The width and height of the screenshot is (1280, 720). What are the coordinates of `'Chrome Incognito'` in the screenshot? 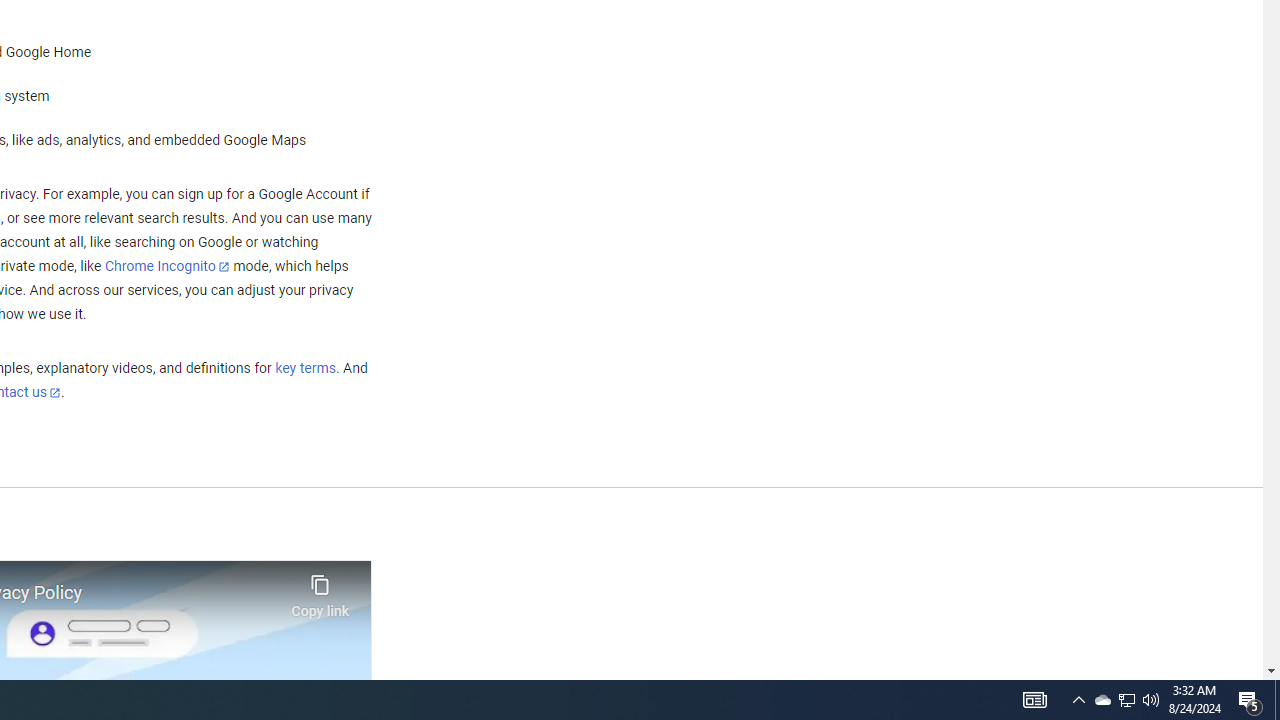 It's located at (167, 265).